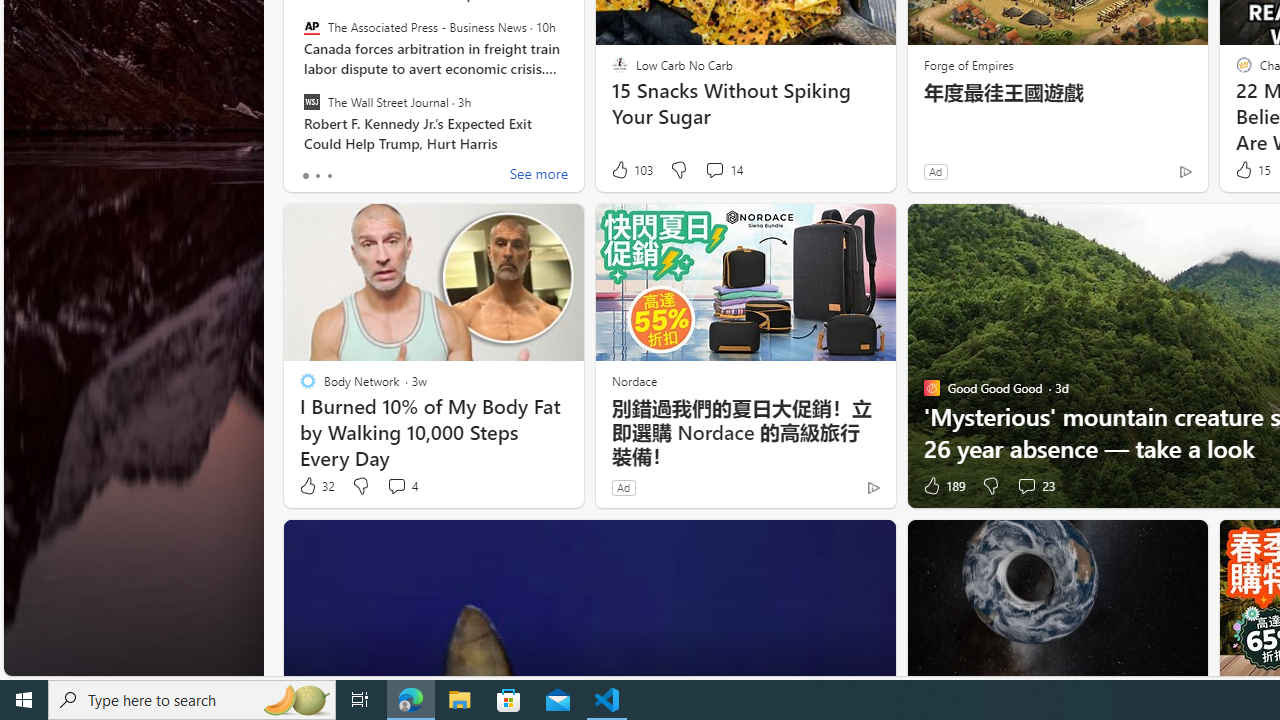 This screenshot has height=720, width=1280. Describe the element at coordinates (606, 698) in the screenshot. I see `'Visual Studio Code - 1 running window'` at that location.